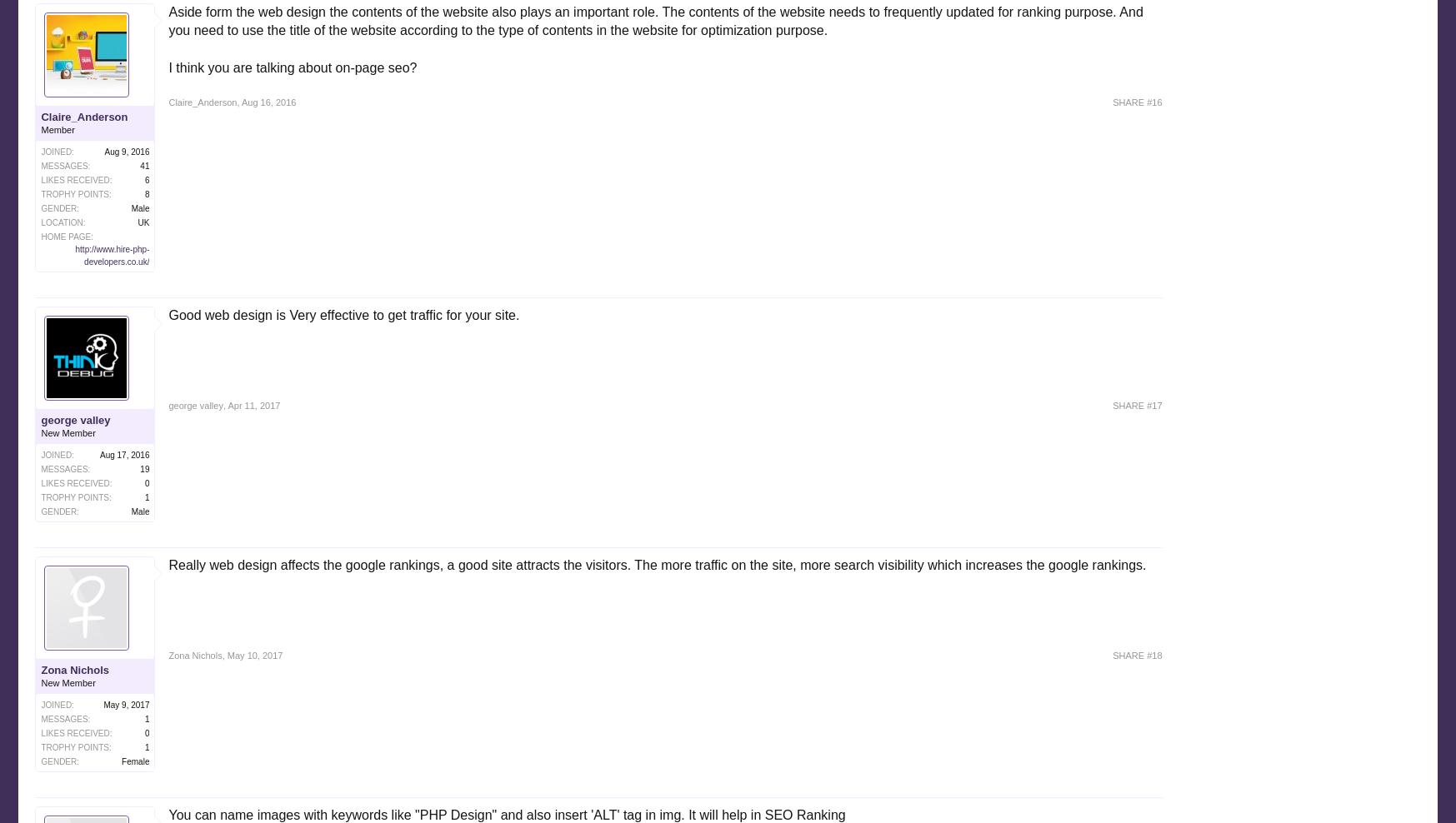 This screenshot has width=1456, height=823. Describe the element at coordinates (240, 102) in the screenshot. I see `'Aug 16, 2016'` at that location.